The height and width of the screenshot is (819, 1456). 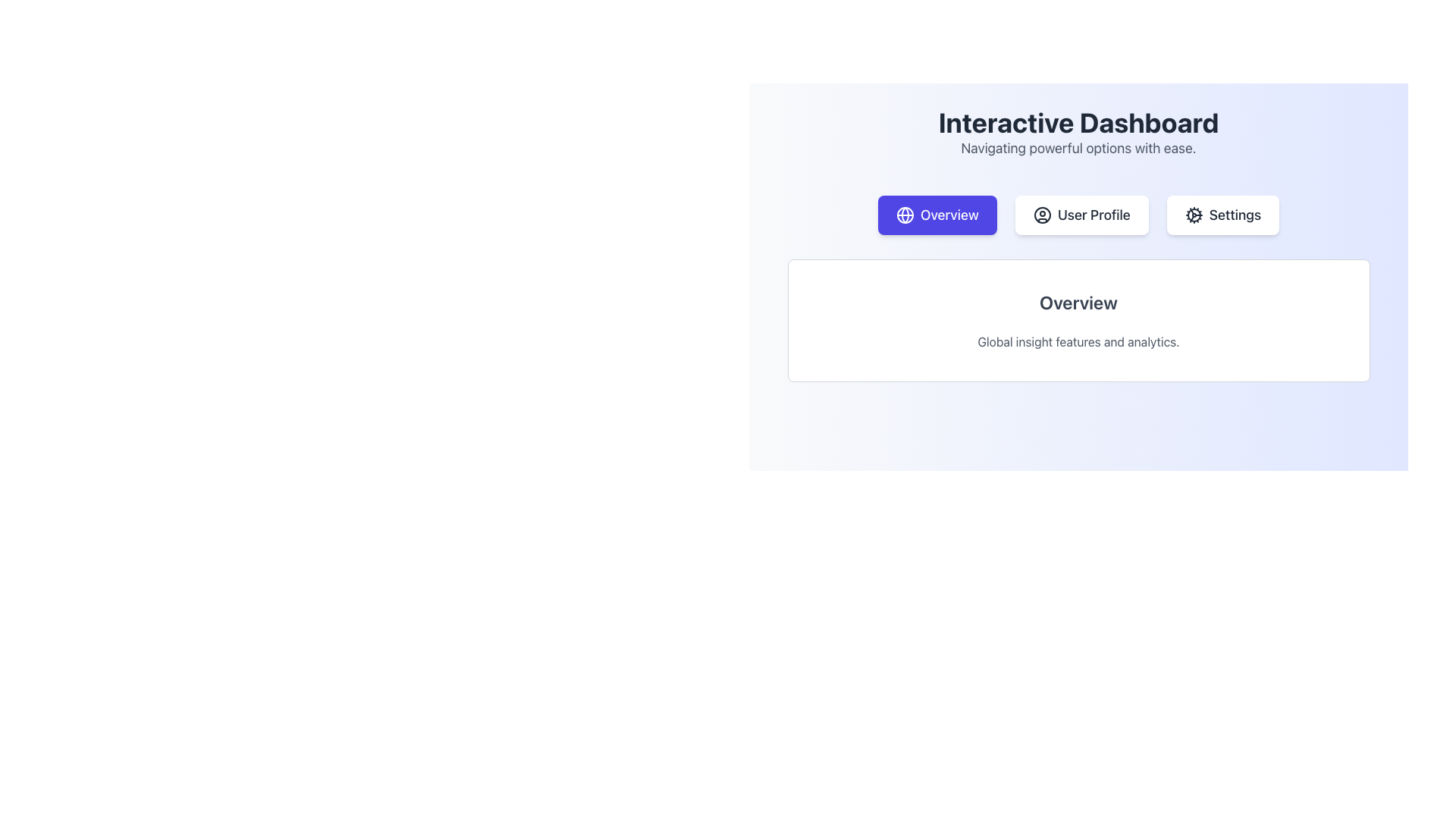 I want to click on the 'Settings' button which features a cog icon, so click(x=1193, y=215).